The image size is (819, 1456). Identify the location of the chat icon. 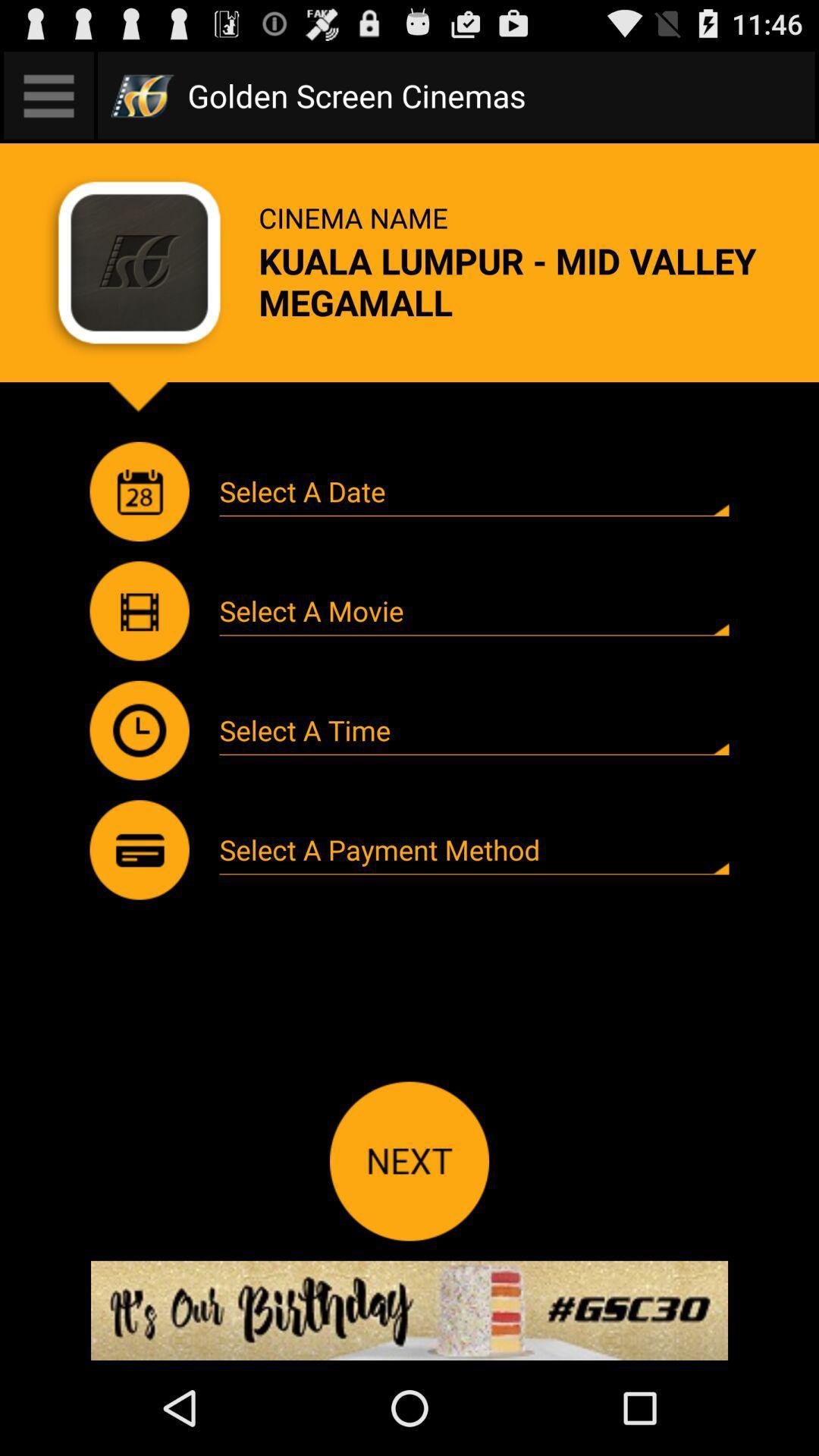
(140, 654).